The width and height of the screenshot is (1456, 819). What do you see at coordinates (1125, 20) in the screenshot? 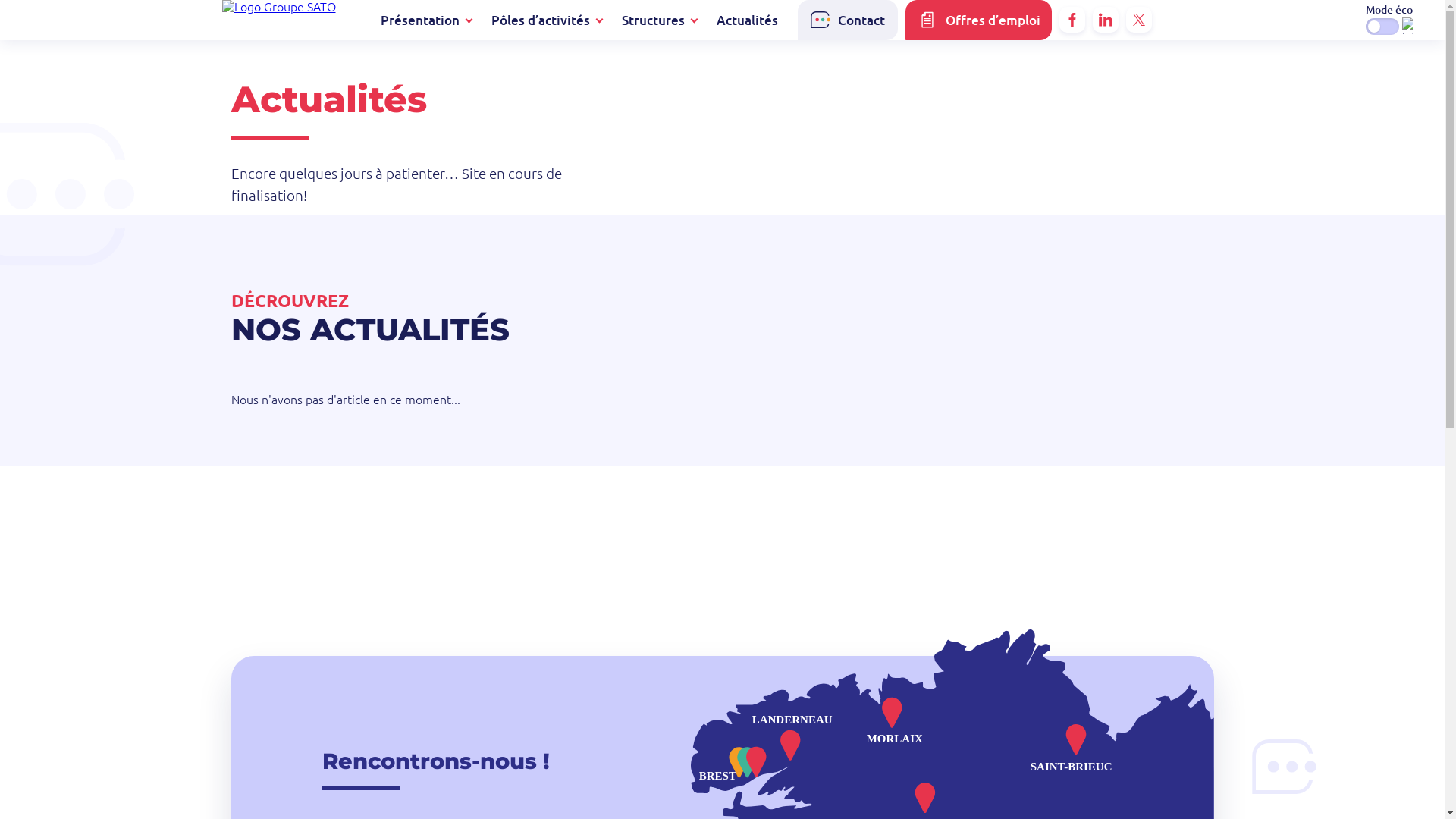
I see `'X'` at bounding box center [1125, 20].